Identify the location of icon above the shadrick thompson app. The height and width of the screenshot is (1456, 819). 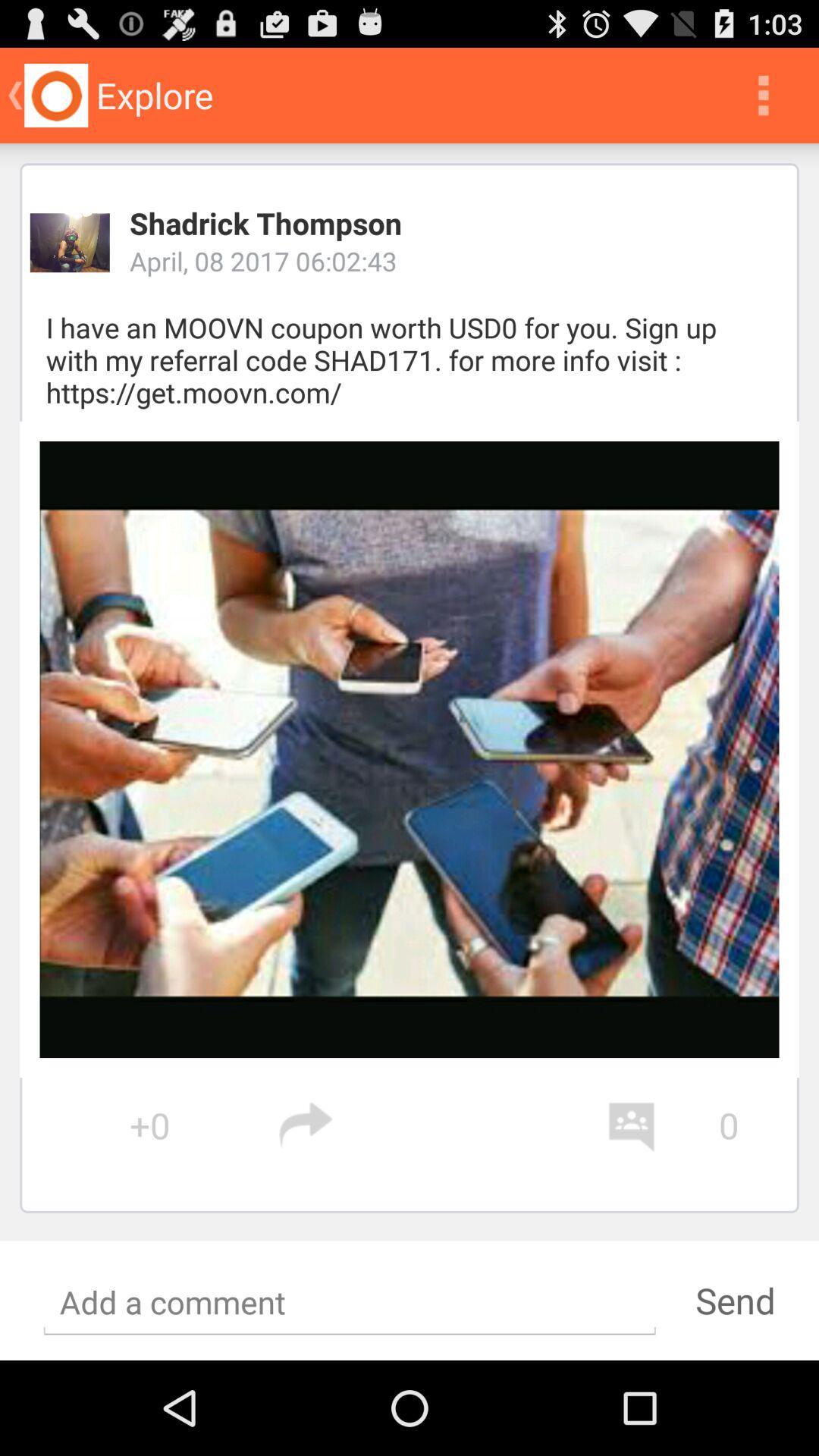
(763, 94).